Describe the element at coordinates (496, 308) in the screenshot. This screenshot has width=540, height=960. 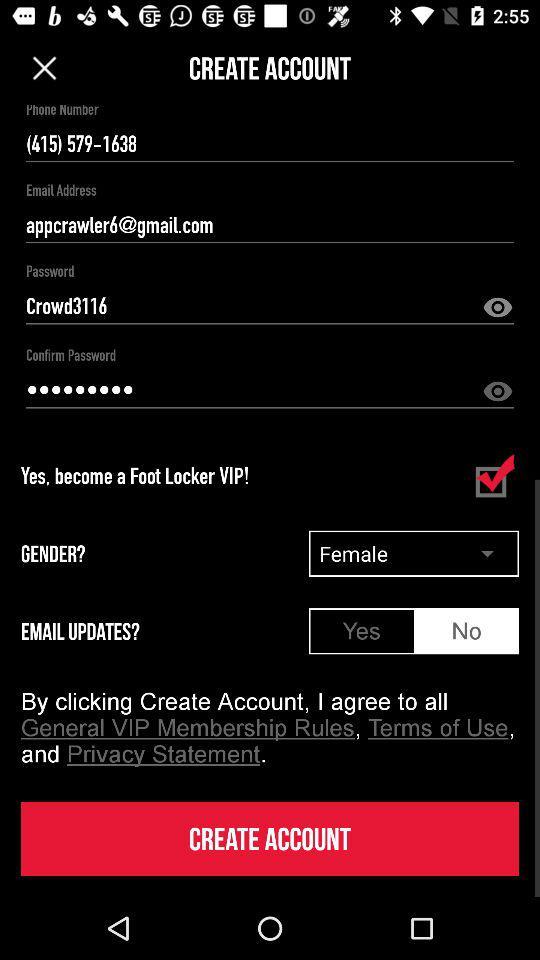
I see `hidden option` at that location.